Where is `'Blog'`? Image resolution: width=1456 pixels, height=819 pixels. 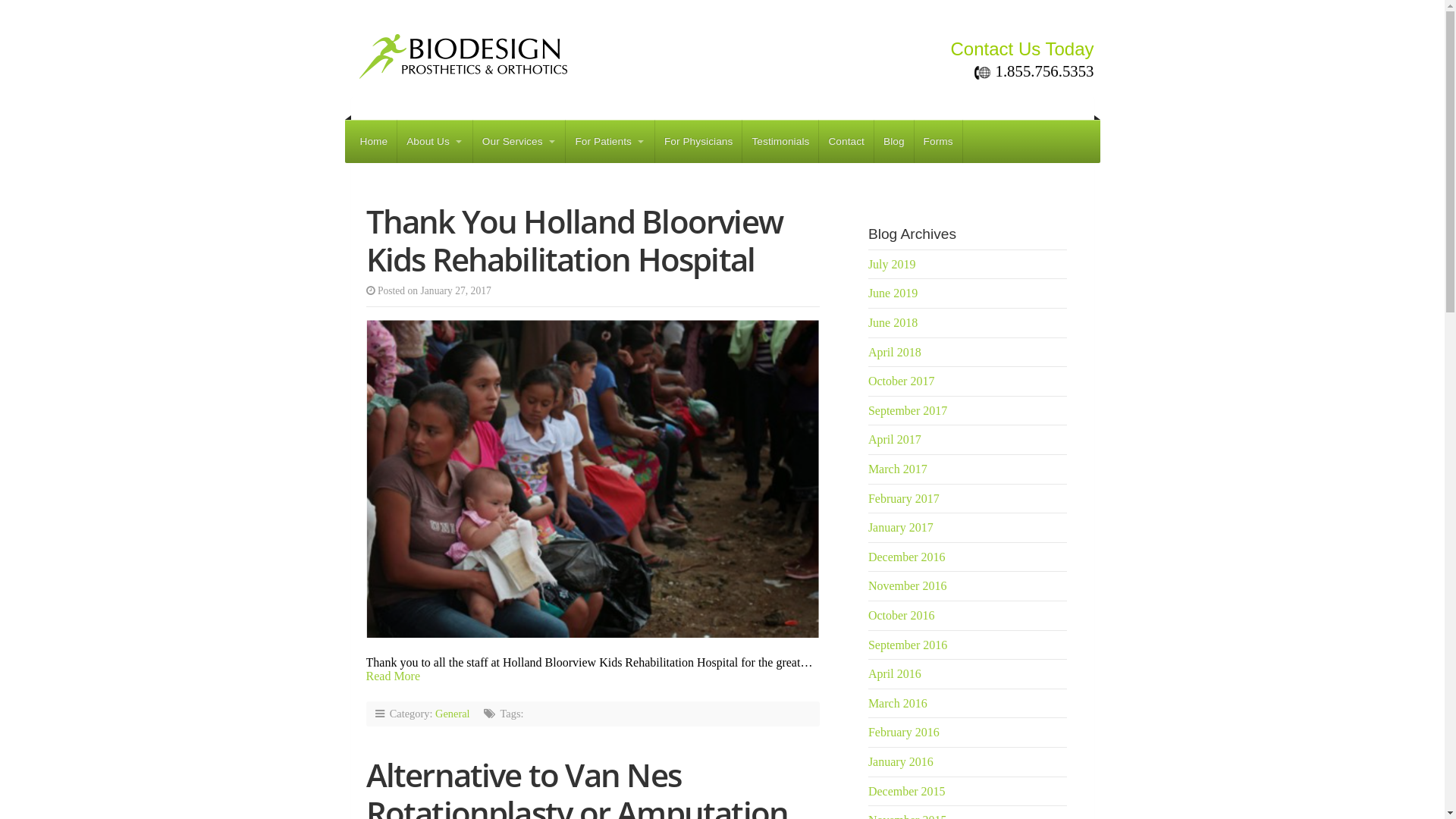 'Blog' is located at coordinates (894, 141).